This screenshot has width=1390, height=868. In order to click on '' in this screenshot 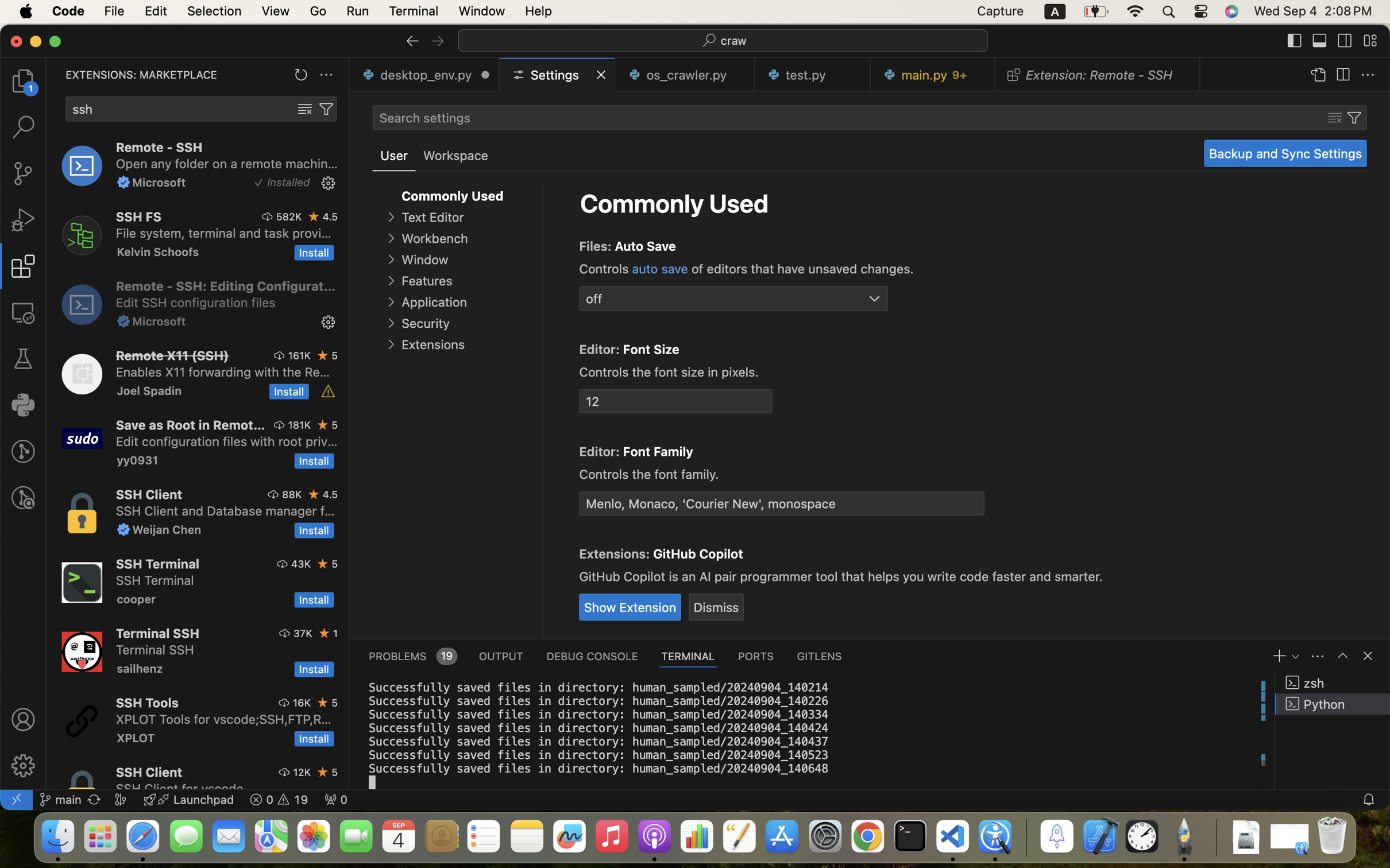, I will do `click(412, 40)`.